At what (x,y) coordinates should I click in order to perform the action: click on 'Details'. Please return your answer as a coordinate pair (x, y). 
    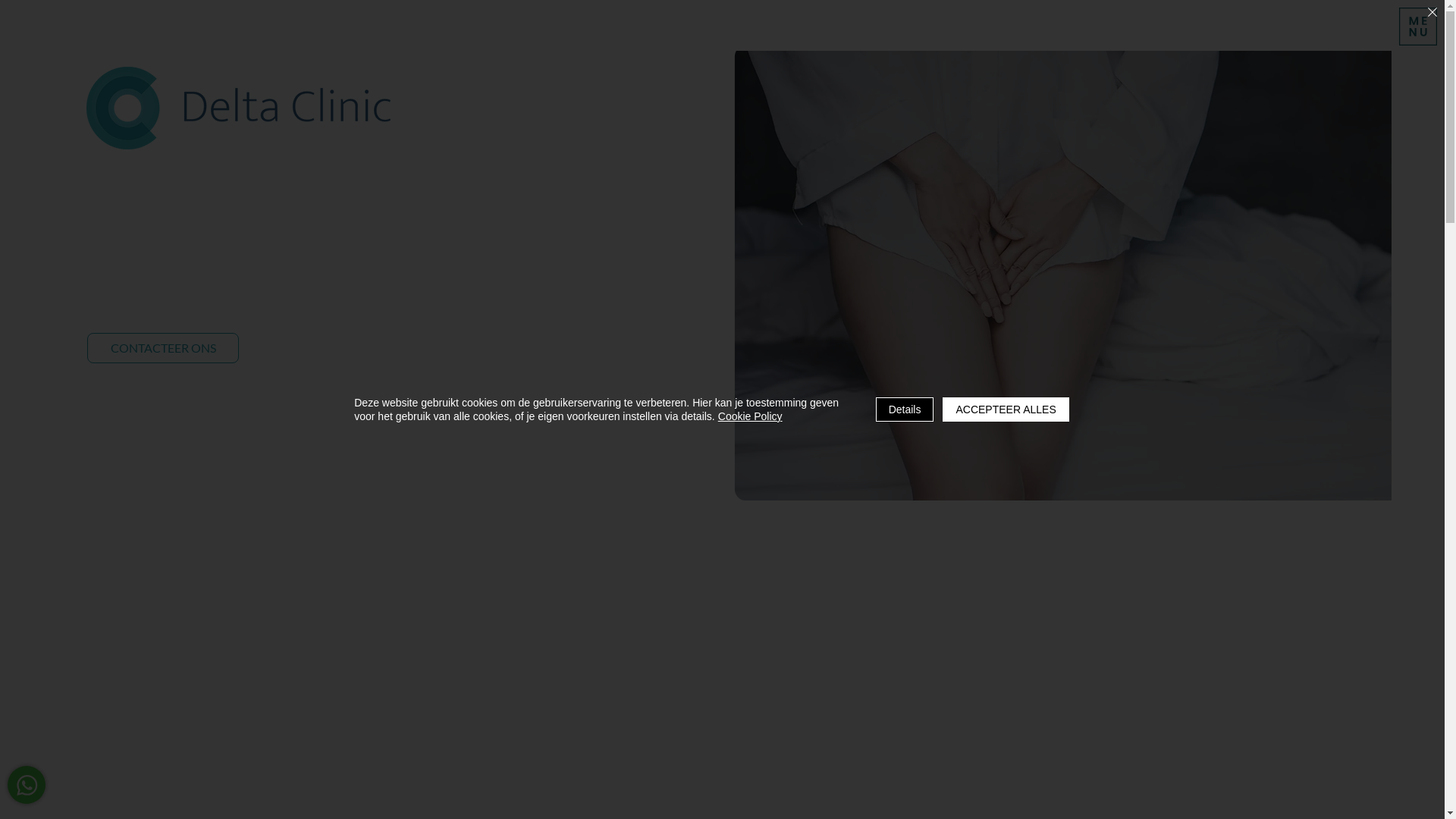
    Looking at the image, I should click on (905, 409).